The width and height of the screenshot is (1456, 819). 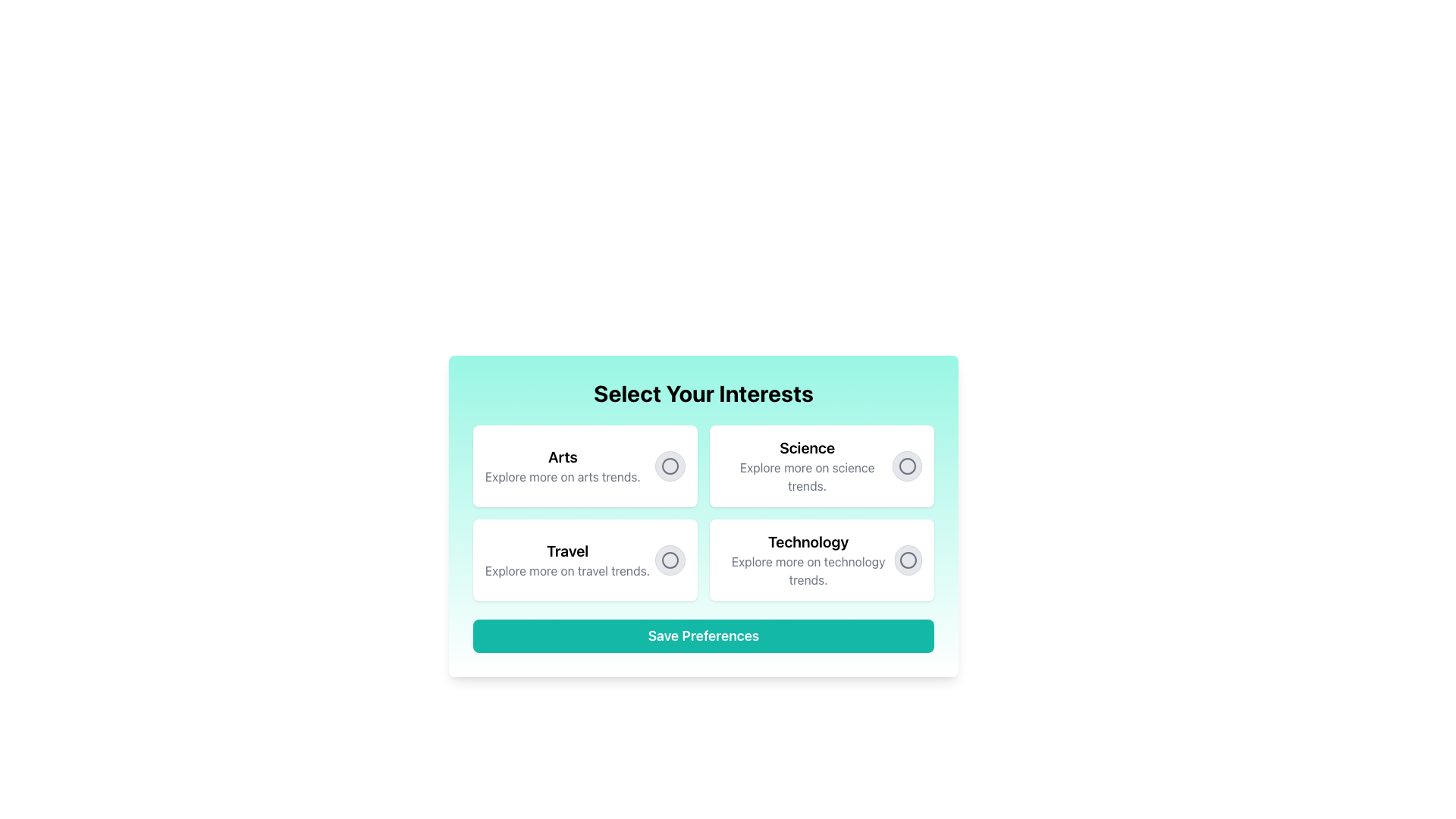 I want to click on the finalize and submit button located below the grid of selectable options, so click(x=702, y=636).